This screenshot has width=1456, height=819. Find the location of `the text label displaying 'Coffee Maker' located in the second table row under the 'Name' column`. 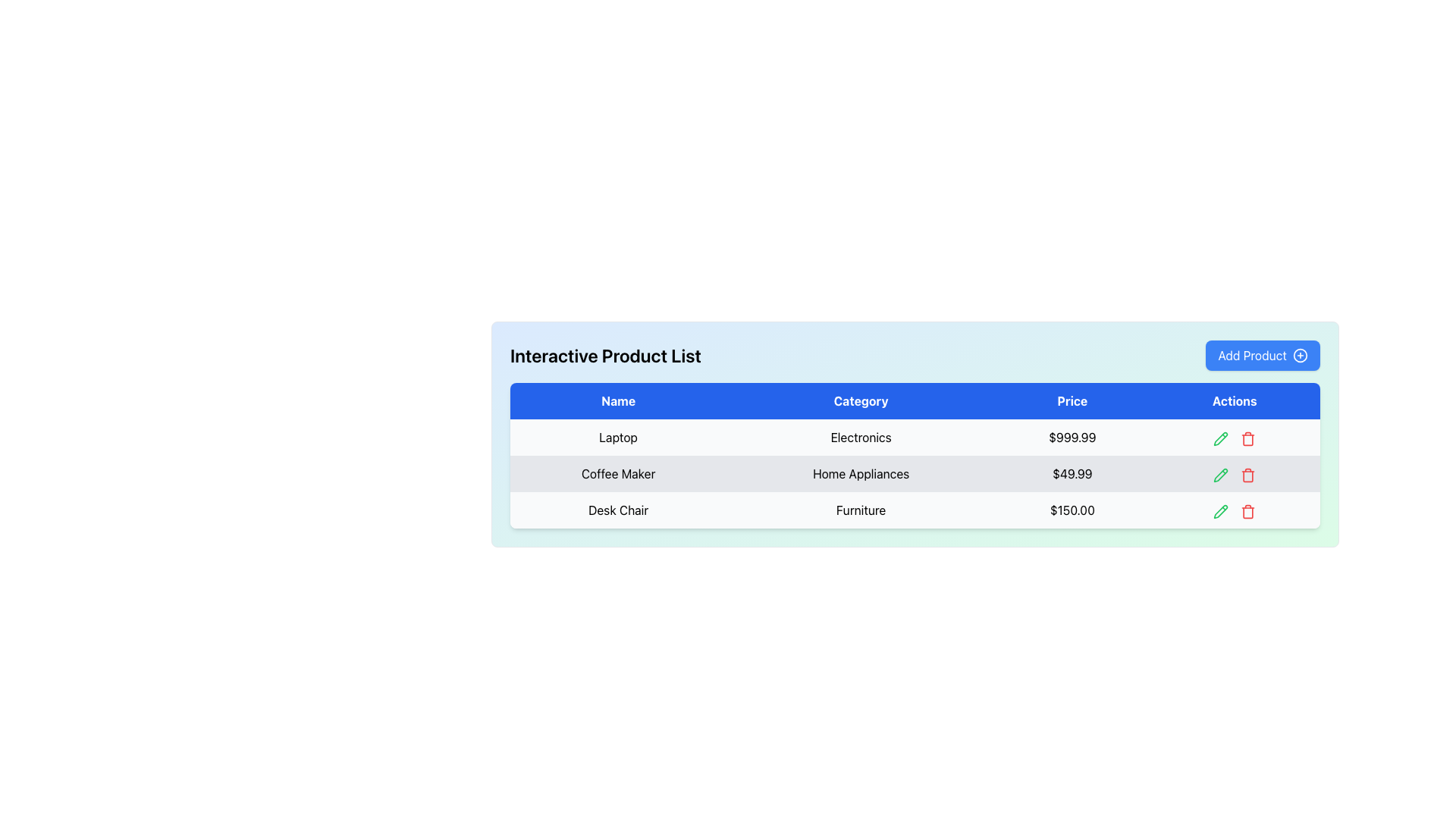

the text label displaying 'Coffee Maker' located in the second table row under the 'Name' column is located at coordinates (618, 472).